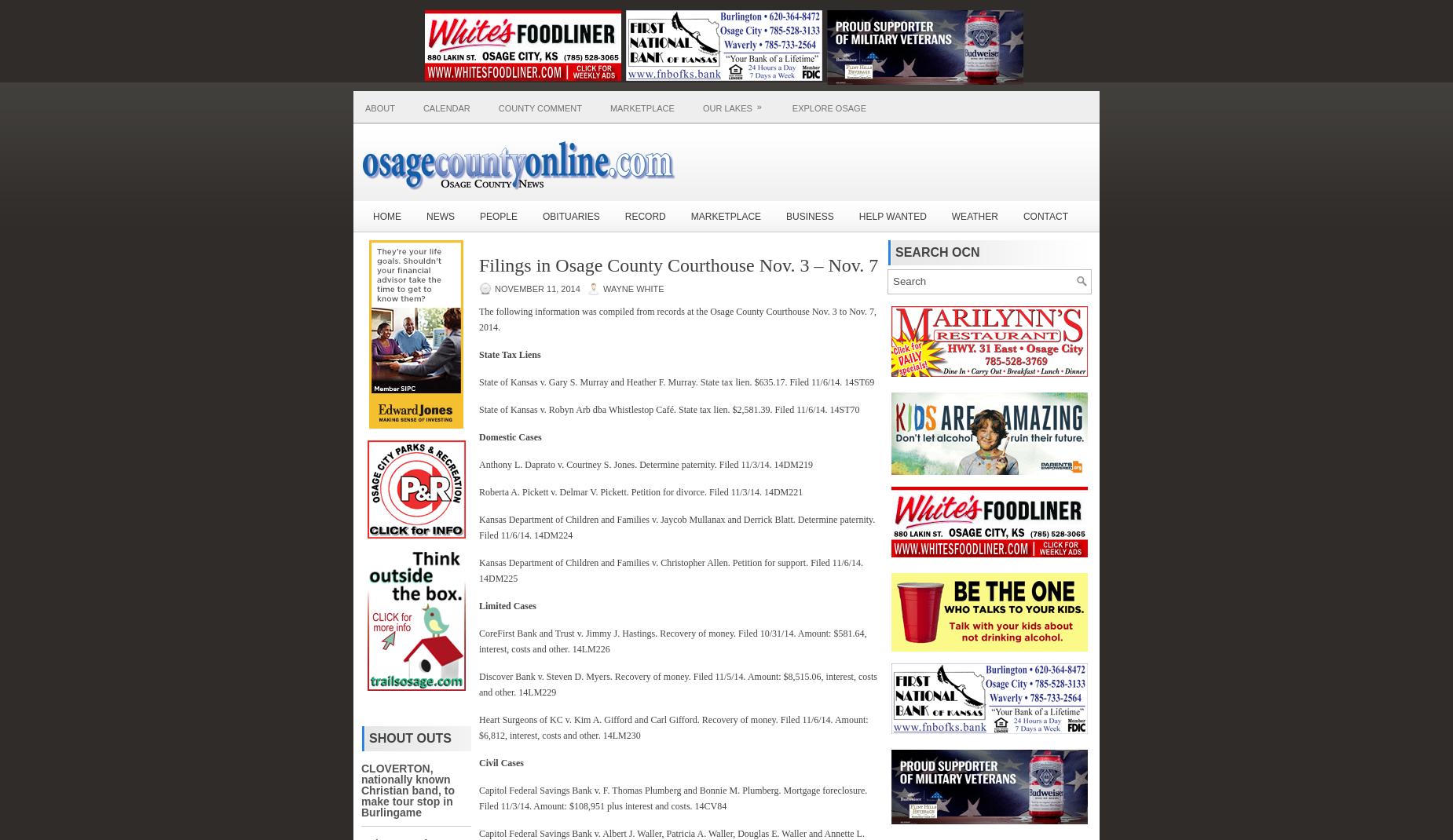 The height and width of the screenshot is (840, 1453). I want to click on 'Home', so click(387, 216).